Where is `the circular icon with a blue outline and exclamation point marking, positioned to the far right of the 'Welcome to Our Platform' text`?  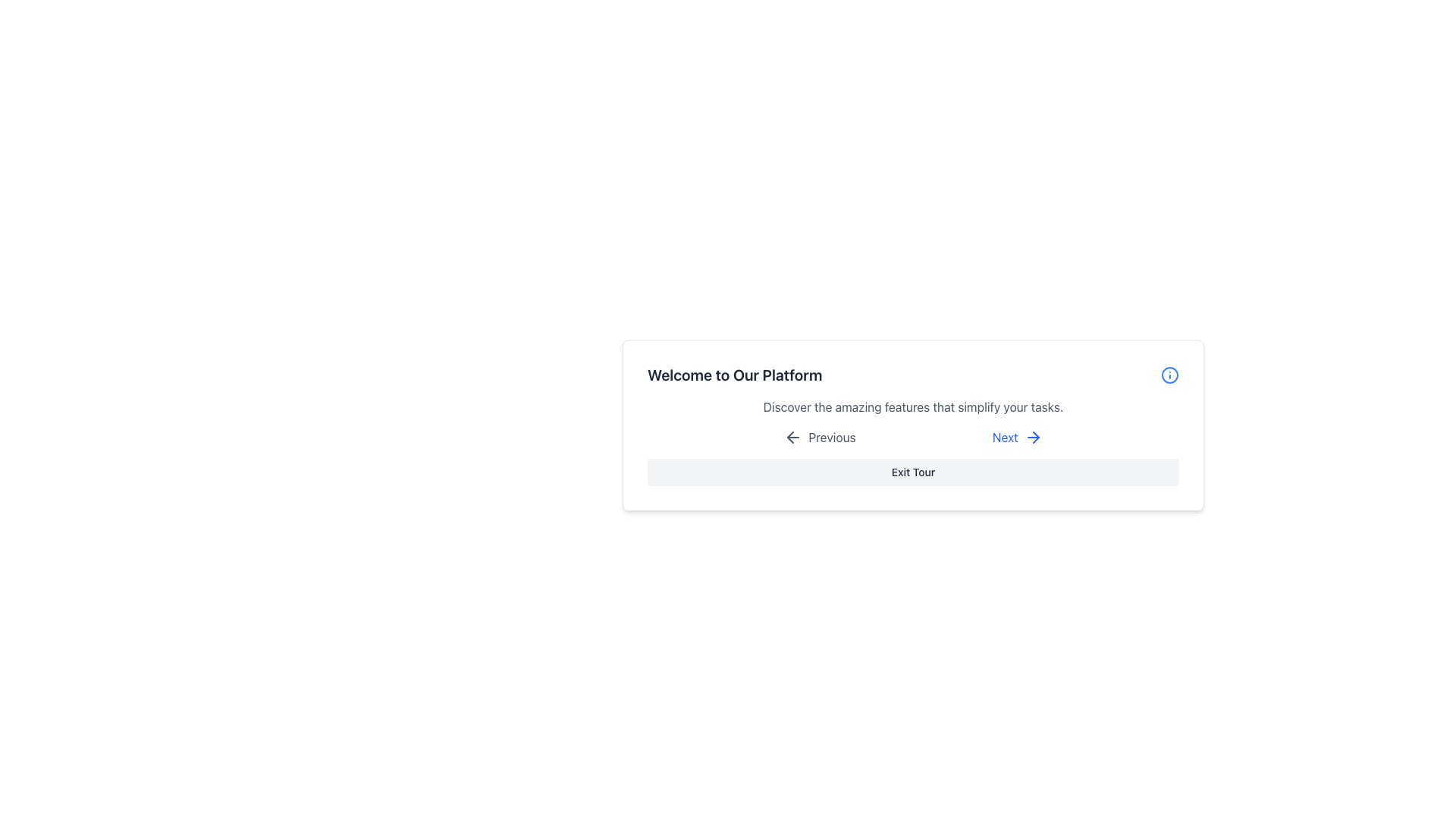 the circular icon with a blue outline and exclamation point marking, positioned to the far right of the 'Welcome to Our Platform' text is located at coordinates (1169, 375).